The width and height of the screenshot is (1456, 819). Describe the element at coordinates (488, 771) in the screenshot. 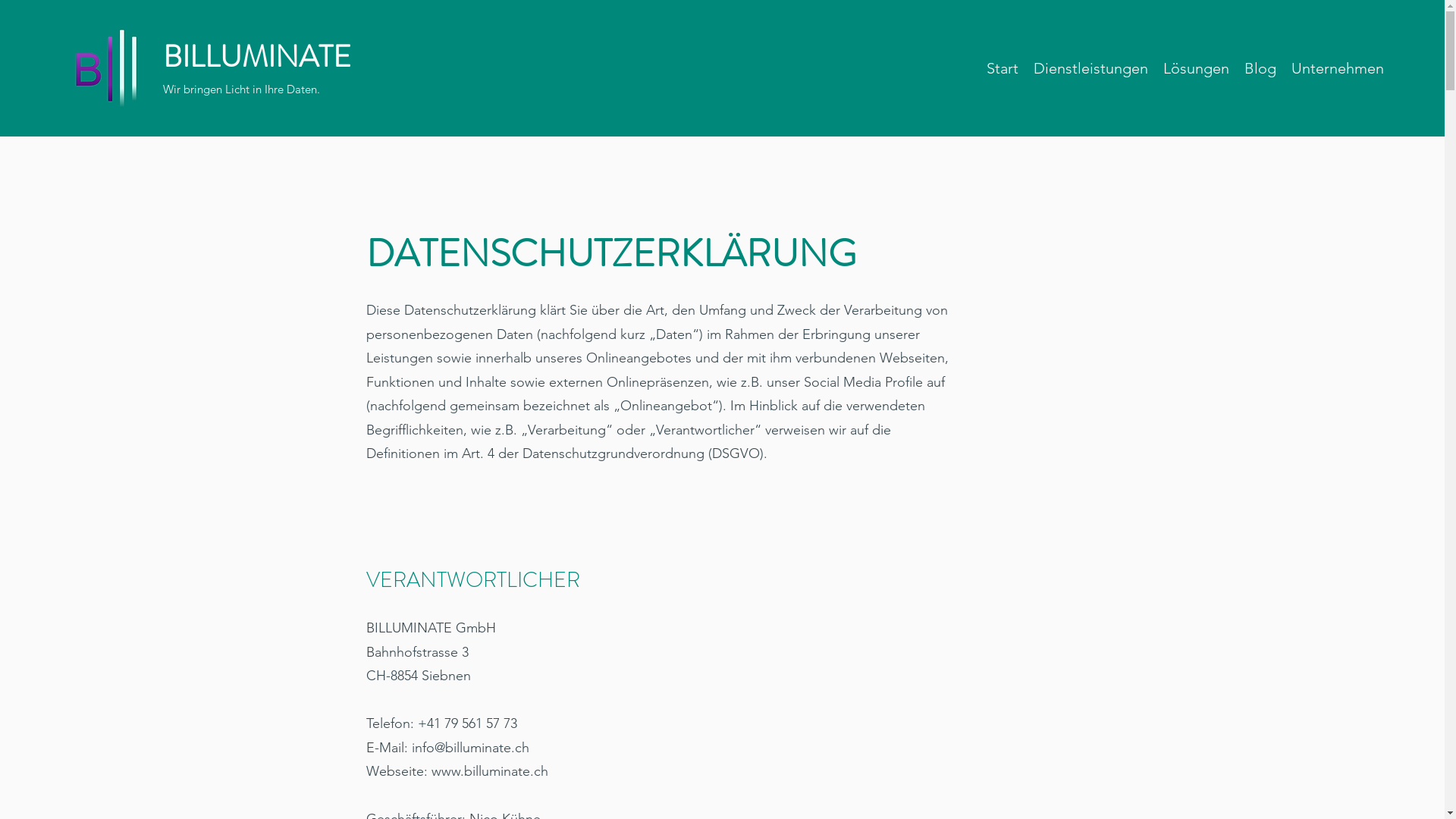

I see `'www.billuminate.ch'` at that location.